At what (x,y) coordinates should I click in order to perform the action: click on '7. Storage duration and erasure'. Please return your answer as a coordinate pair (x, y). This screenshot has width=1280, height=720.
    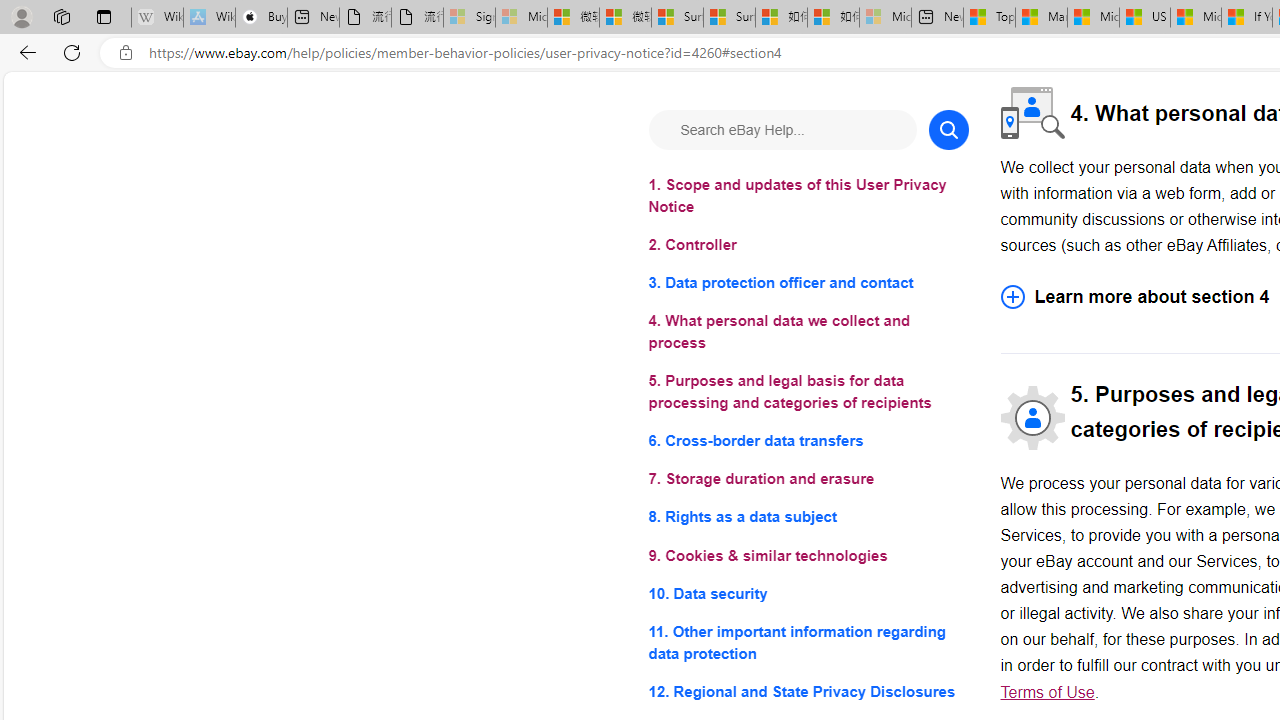
    Looking at the image, I should click on (808, 479).